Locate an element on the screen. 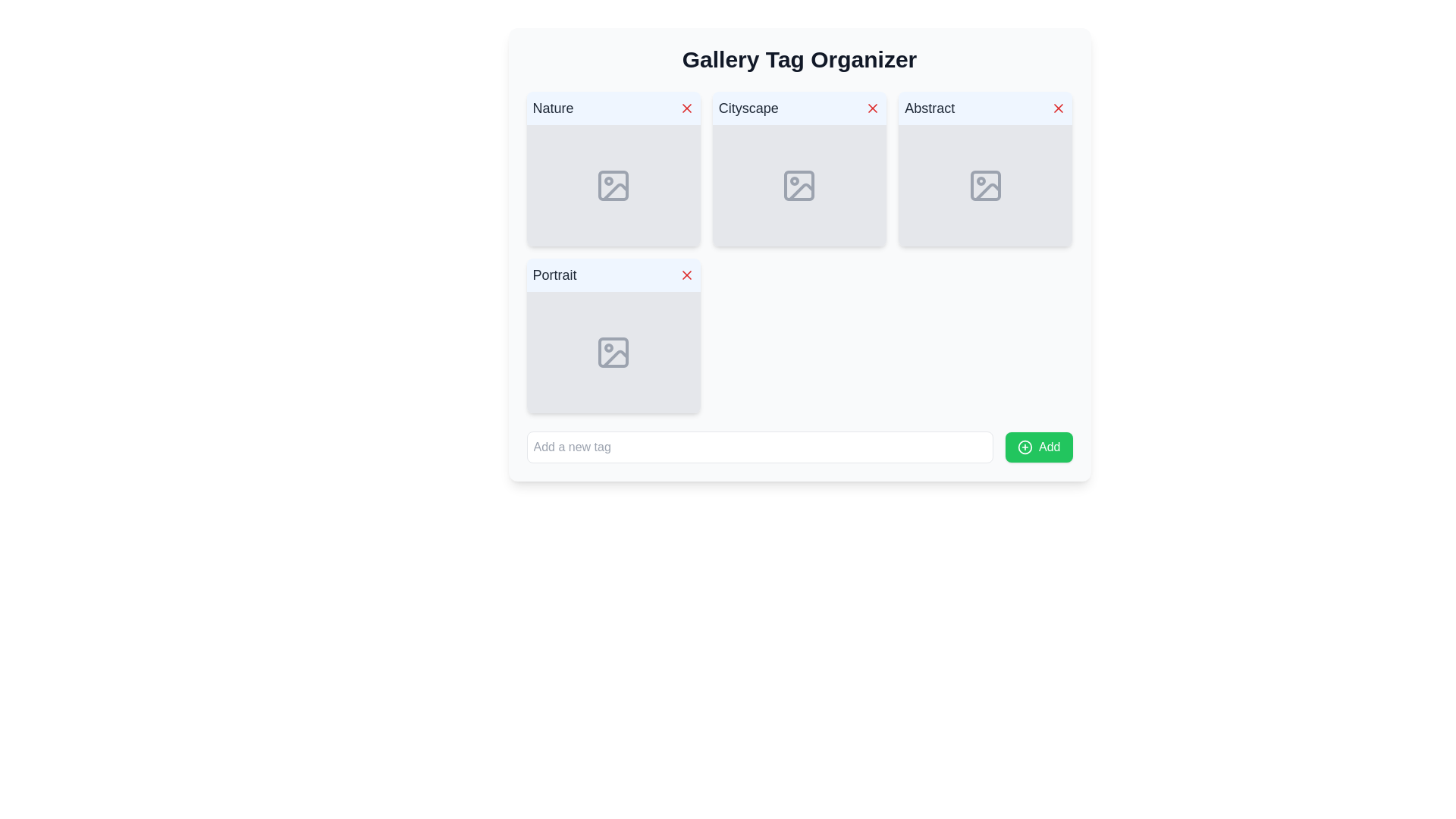 This screenshot has width=1456, height=819. the Text label in the blue-tinted header bar at the top-left corner of the gallery organizer is located at coordinates (552, 107).